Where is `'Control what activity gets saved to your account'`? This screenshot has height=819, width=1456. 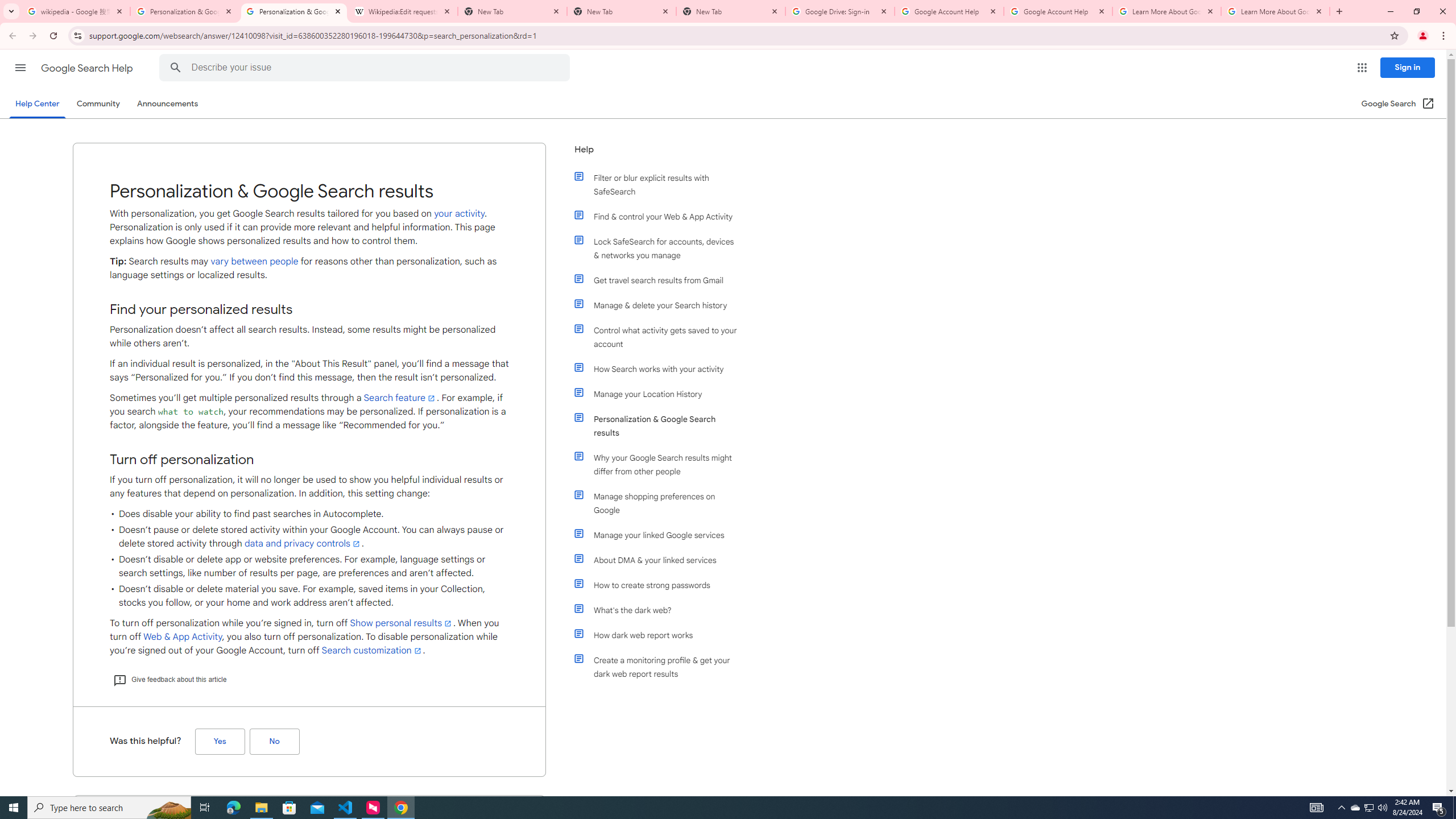
'Control what activity gets saved to your account' is located at coordinates (661, 336).